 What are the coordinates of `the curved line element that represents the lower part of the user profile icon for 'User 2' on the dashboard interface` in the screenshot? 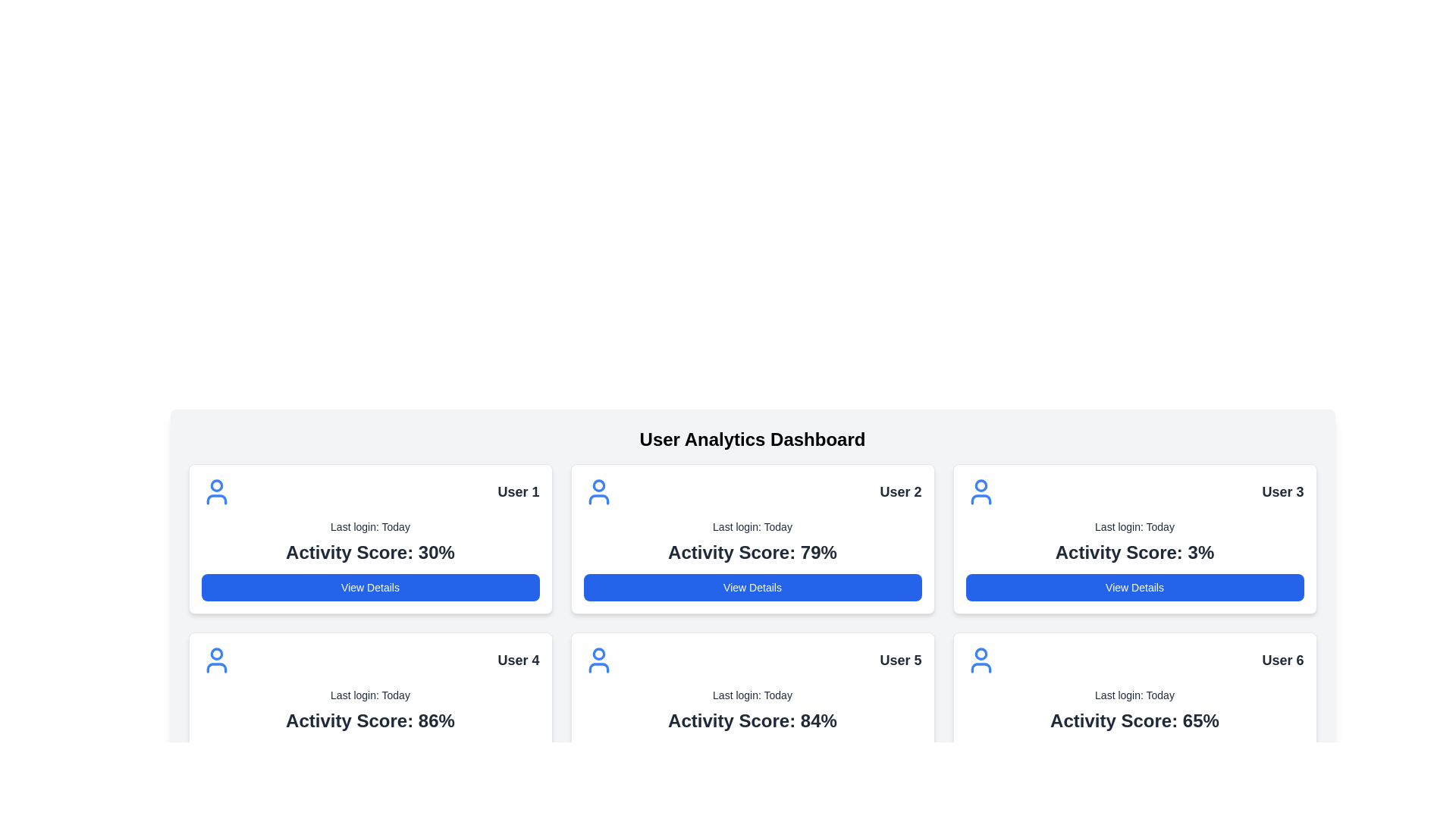 It's located at (598, 500).